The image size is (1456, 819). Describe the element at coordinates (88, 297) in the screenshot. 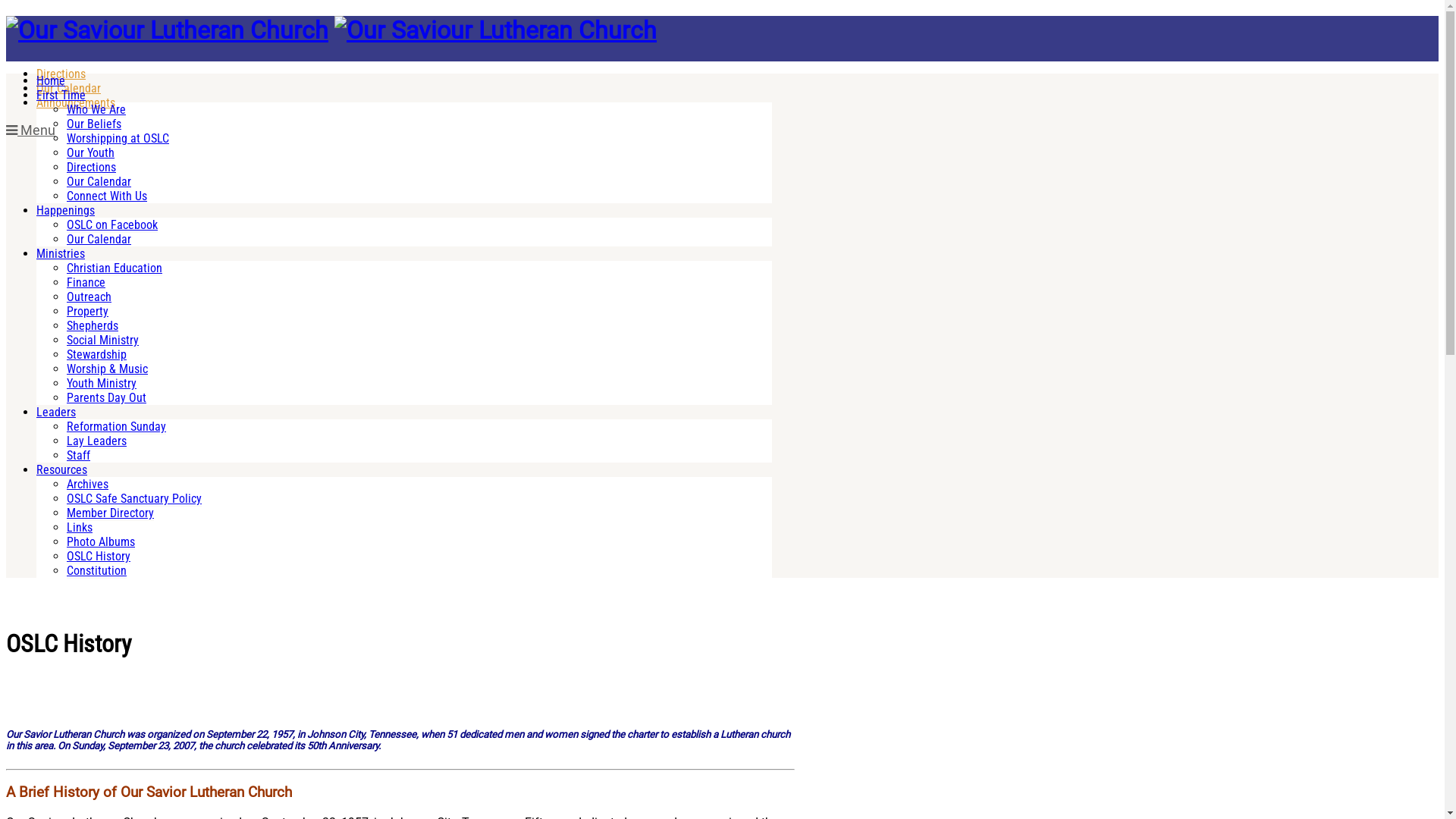

I see `'Outreach'` at that location.